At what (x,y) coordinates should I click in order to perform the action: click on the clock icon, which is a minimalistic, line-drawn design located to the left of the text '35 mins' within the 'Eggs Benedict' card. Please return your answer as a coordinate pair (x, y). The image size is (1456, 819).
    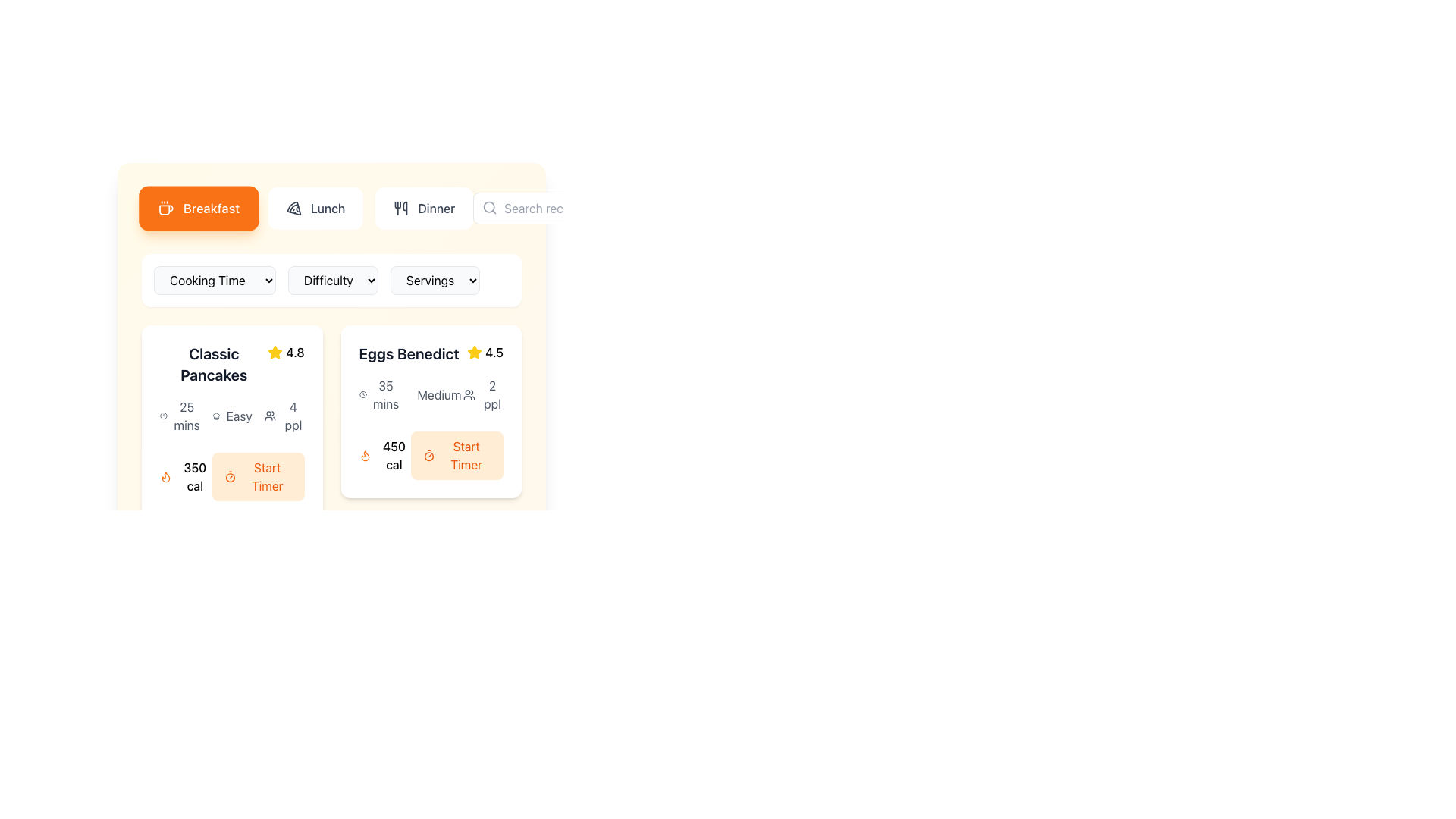
    Looking at the image, I should click on (362, 394).